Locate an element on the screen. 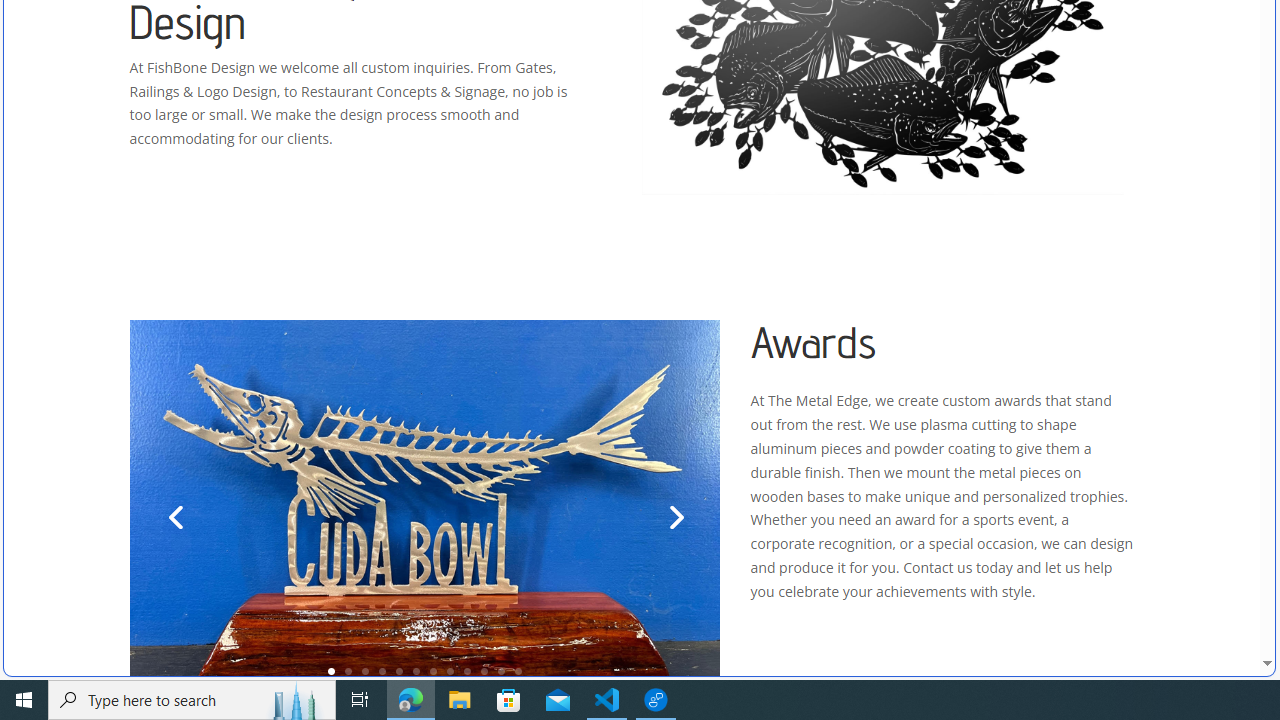 The width and height of the screenshot is (1280, 720). '8' is located at coordinates (449, 671).